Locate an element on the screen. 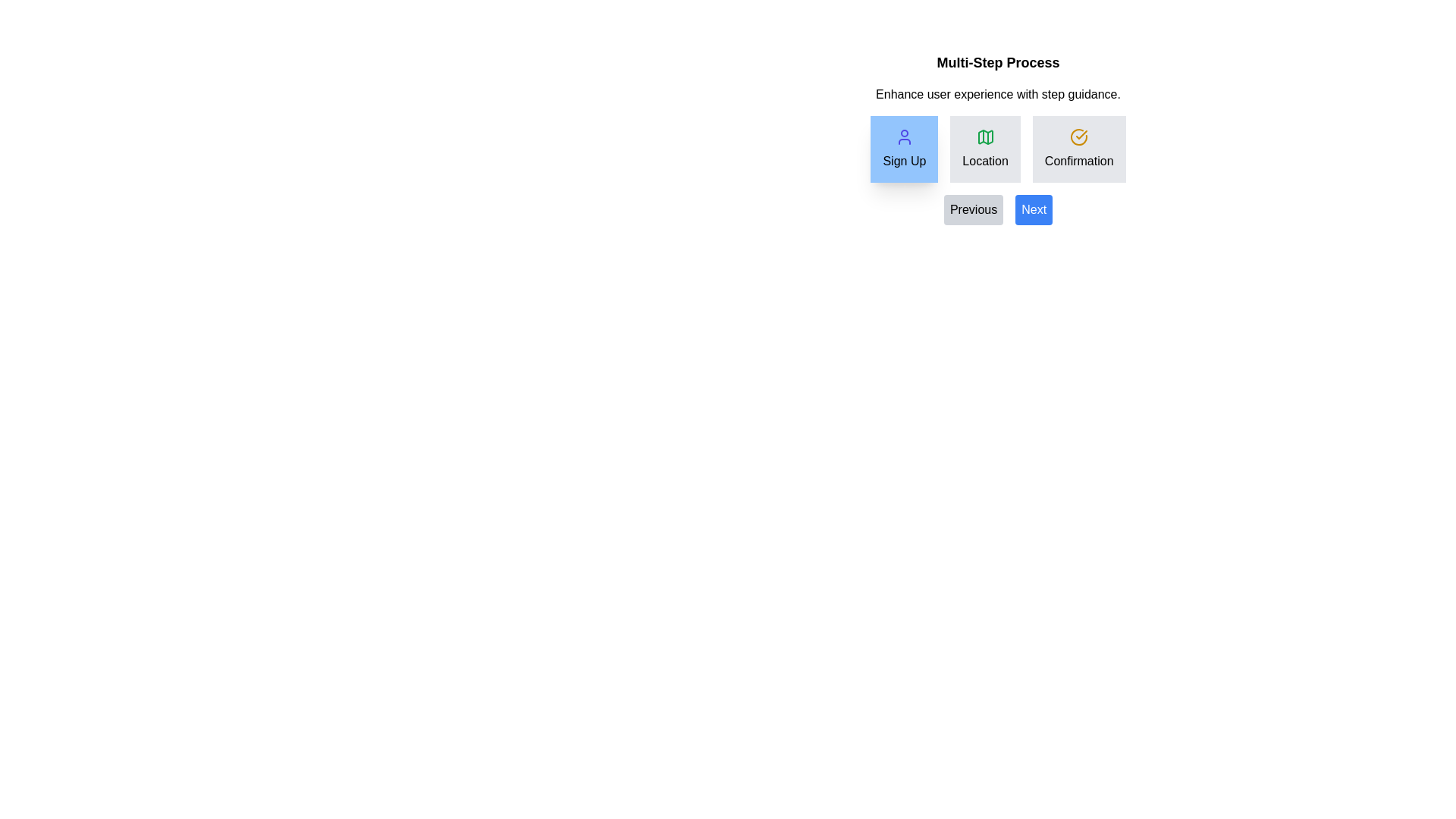 Image resolution: width=1456 pixels, height=819 pixels. the leftmost button labeled 'Sign Up' with a blue background and a human silhouette icon is located at coordinates (904, 149).